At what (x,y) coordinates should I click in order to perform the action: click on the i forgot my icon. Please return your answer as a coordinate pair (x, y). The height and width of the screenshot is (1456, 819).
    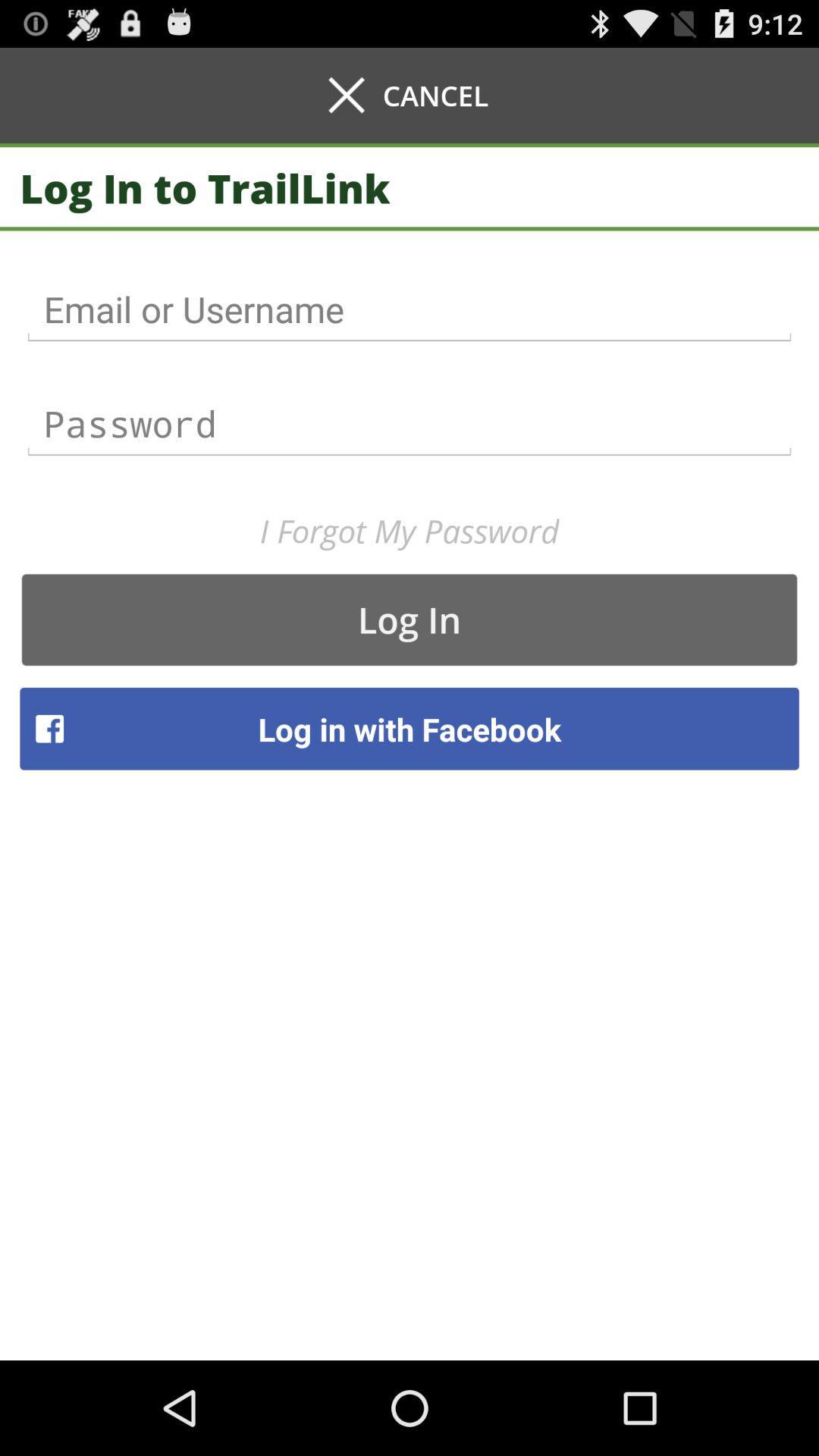
    Looking at the image, I should click on (409, 531).